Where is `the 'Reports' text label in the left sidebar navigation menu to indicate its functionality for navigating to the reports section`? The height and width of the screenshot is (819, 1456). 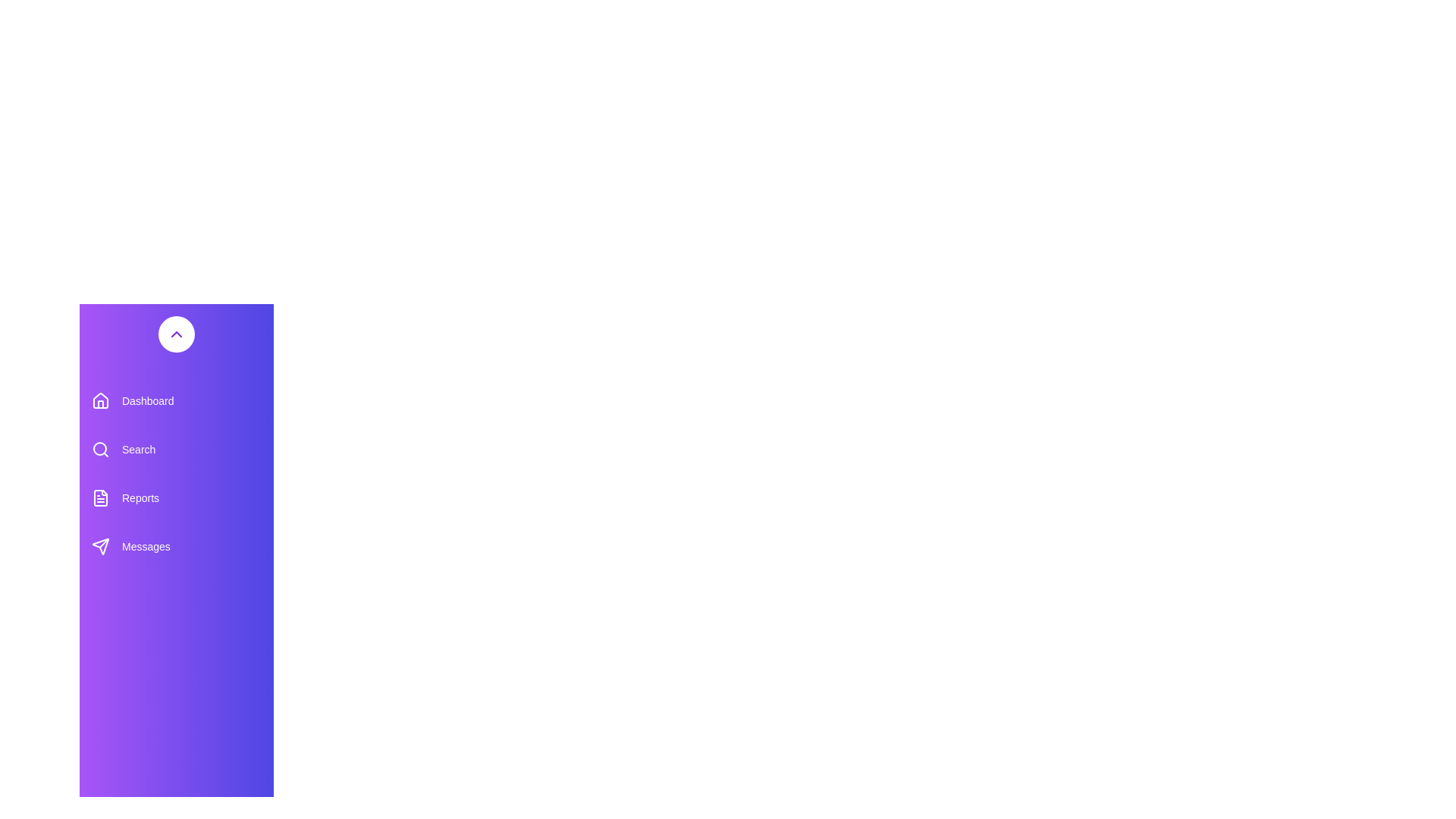 the 'Reports' text label in the left sidebar navigation menu to indicate its functionality for navigating to the reports section is located at coordinates (140, 497).